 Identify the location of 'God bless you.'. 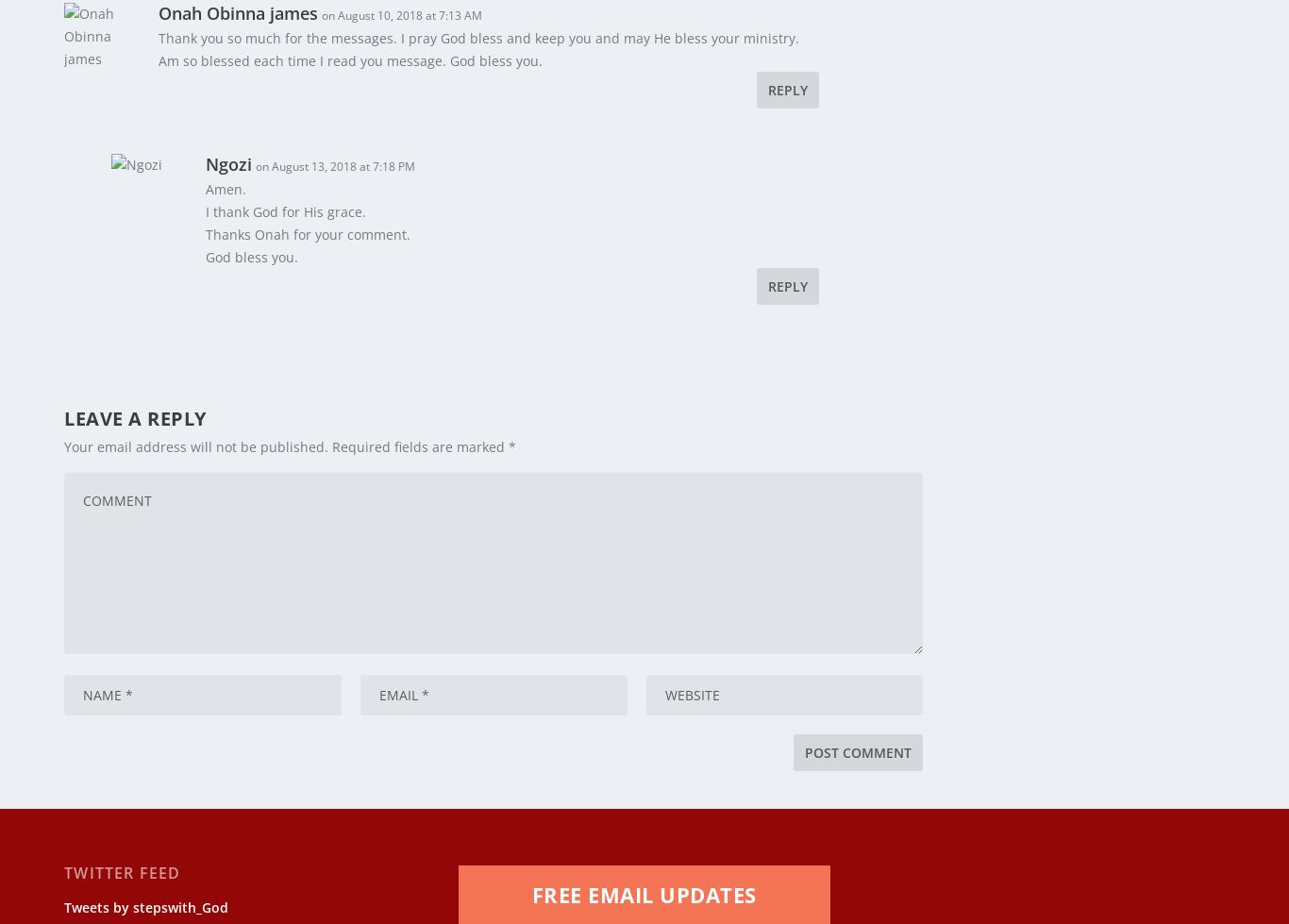
(205, 244).